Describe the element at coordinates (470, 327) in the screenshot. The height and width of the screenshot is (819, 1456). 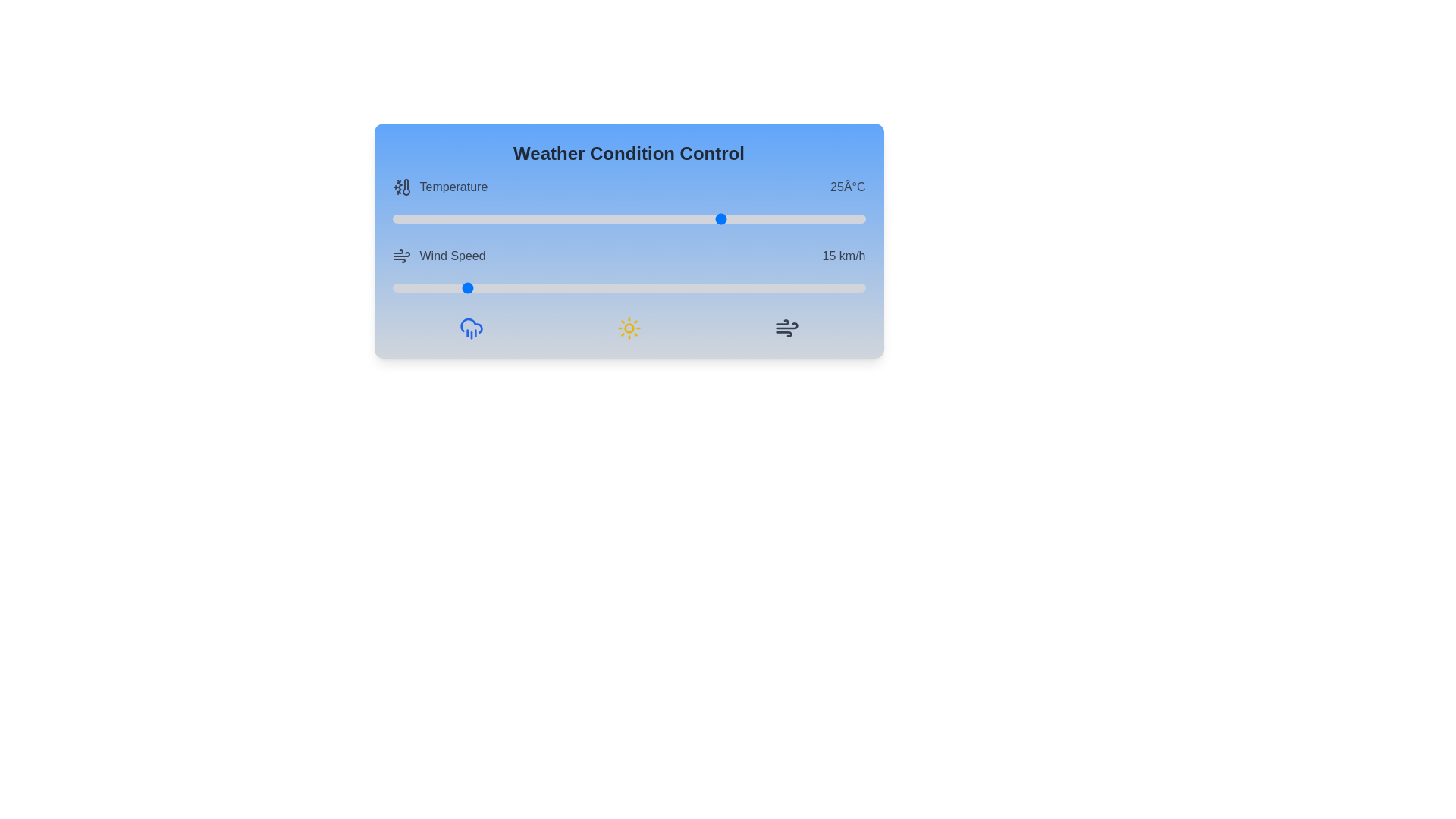
I see `the cloud rain icon in the WeatherConditionControl component` at that location.